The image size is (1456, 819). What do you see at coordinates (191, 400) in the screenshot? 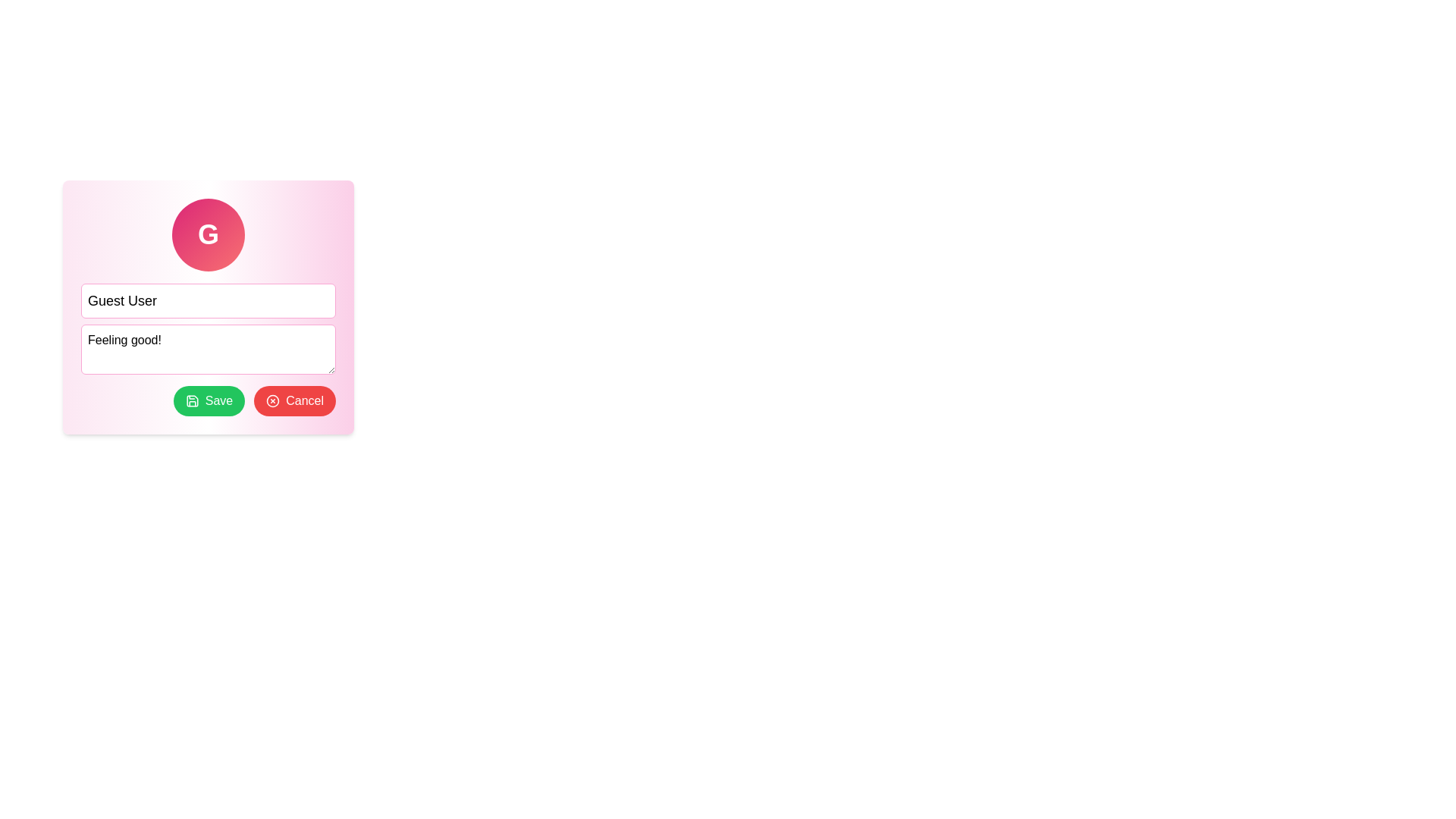
I see `the save action icon, which is visually indicated on the left side of the 'Save' button` at bounding box center [191, 400].